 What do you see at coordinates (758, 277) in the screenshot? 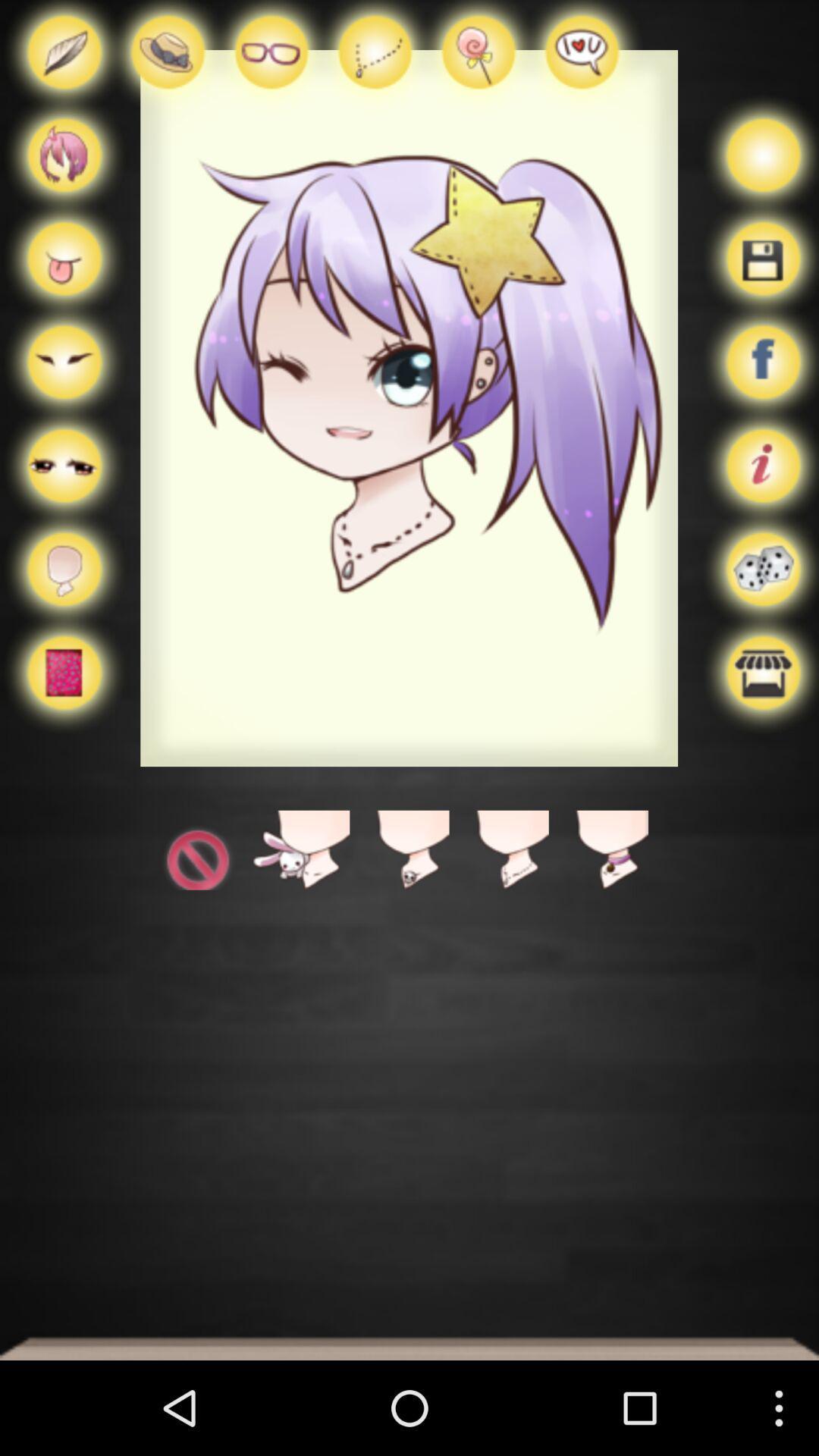
I see `the save icon` at bounding box center [758, 277].